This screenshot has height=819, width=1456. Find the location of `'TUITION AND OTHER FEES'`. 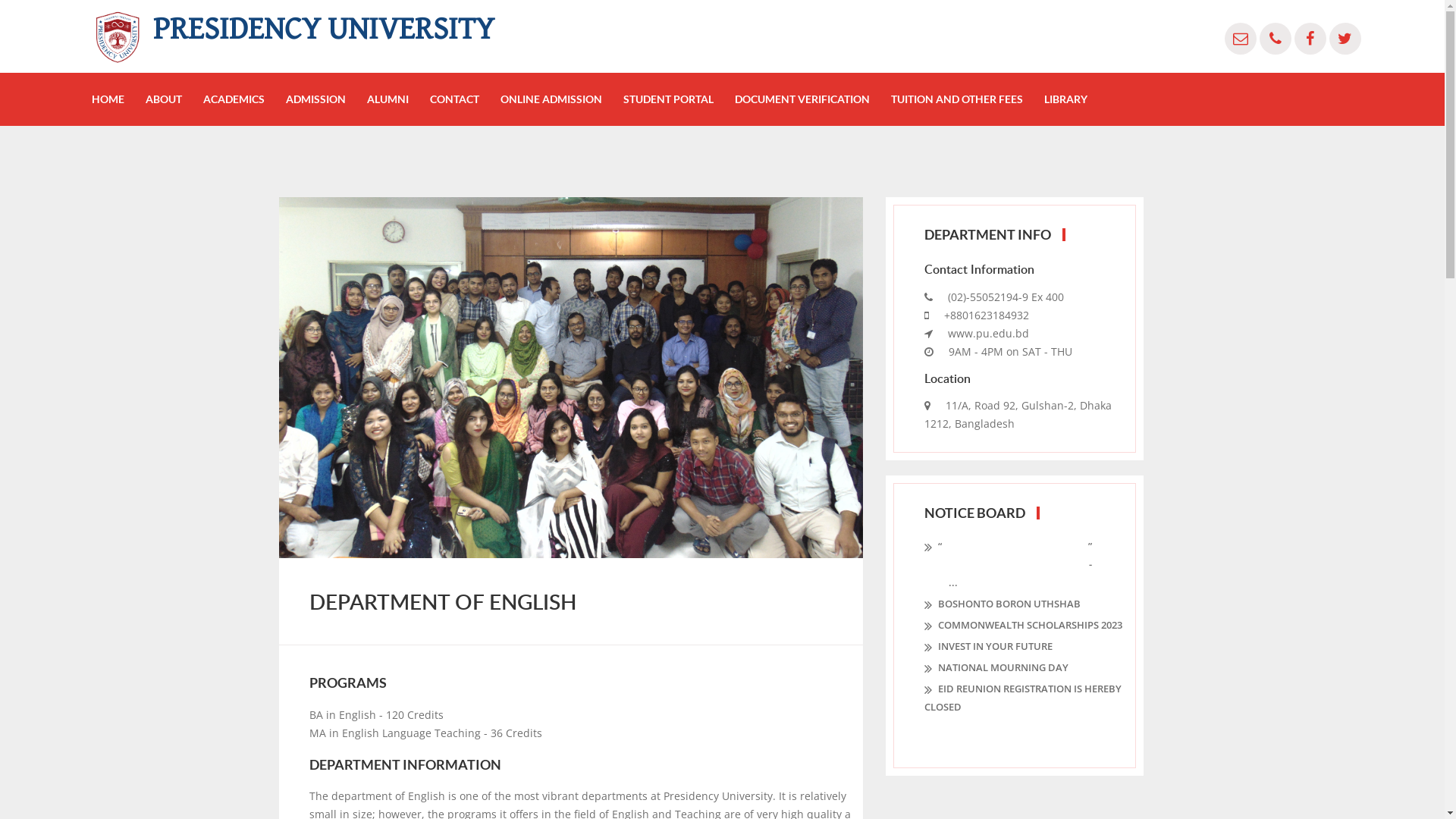

'TUITION AND OTHER FEES' is located at coordinates (956, 99).